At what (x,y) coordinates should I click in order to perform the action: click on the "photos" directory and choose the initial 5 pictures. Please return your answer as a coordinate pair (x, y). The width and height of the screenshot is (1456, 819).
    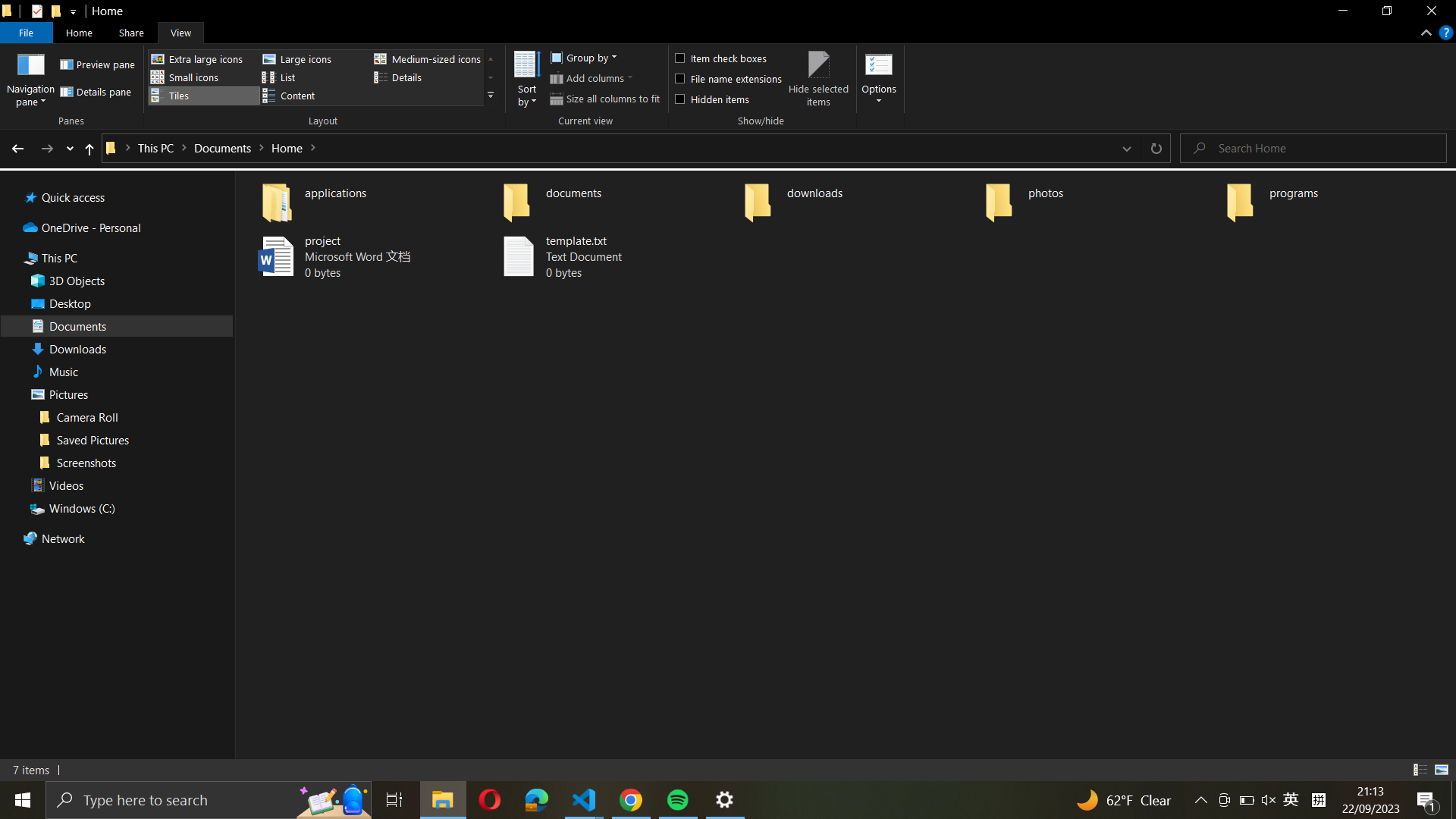
    Looking at the image, I should click on (1099, 198).